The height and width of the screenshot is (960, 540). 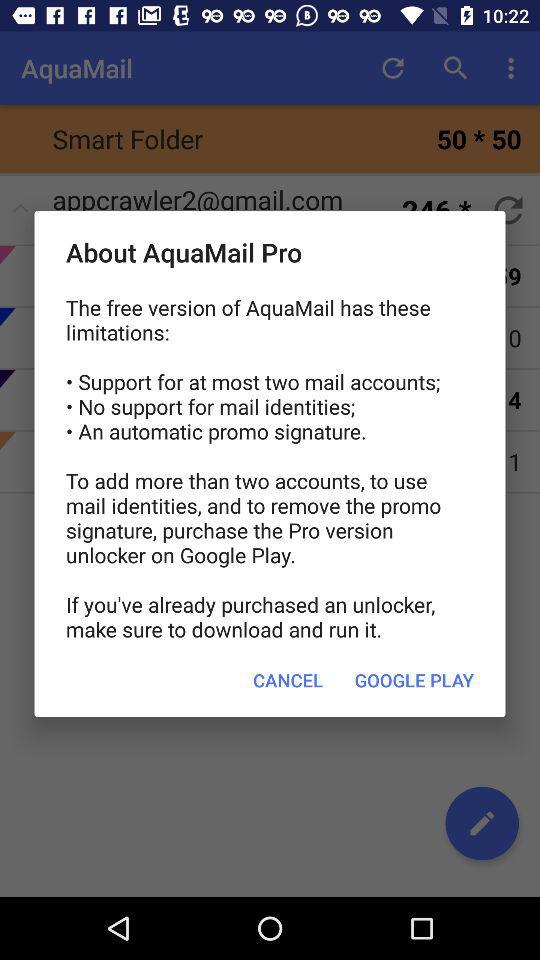 I want to click on the cancel, so click(x=287, y=680).